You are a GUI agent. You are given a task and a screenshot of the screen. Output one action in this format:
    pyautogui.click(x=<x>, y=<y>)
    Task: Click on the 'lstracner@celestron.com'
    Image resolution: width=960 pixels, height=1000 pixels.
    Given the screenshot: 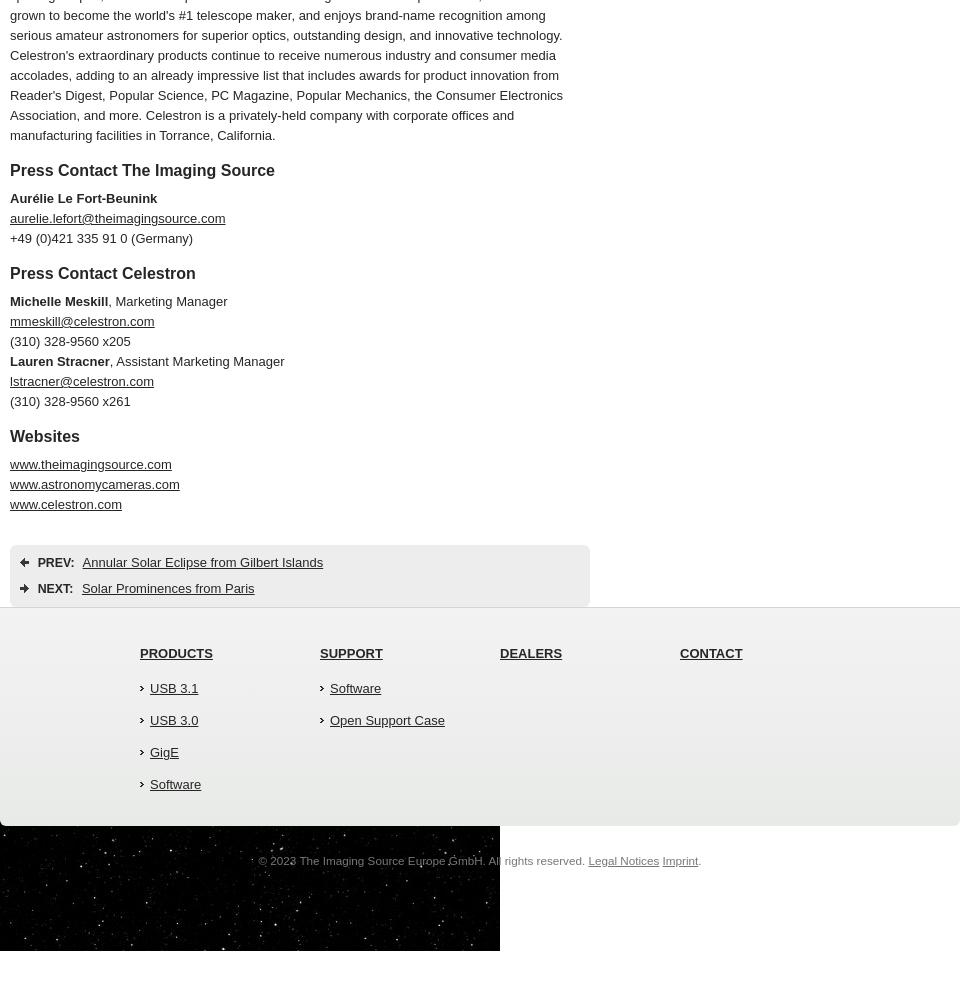 What is the action you would take?
    pyautogui.click(x=81, y=381)
    